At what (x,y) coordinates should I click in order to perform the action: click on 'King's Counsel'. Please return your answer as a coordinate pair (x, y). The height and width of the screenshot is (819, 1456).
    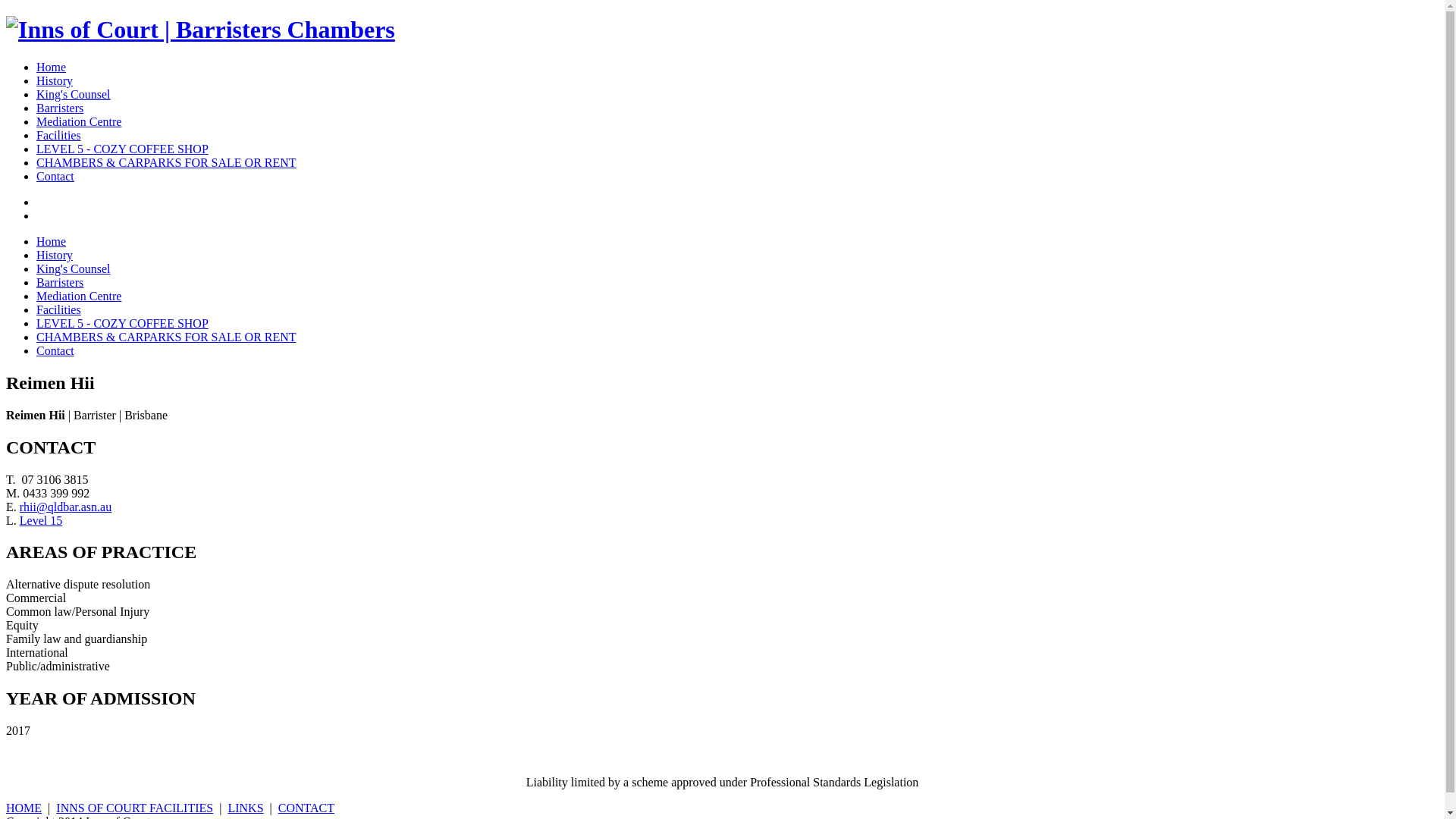
    Looking at the image, I should click on (72, 94).